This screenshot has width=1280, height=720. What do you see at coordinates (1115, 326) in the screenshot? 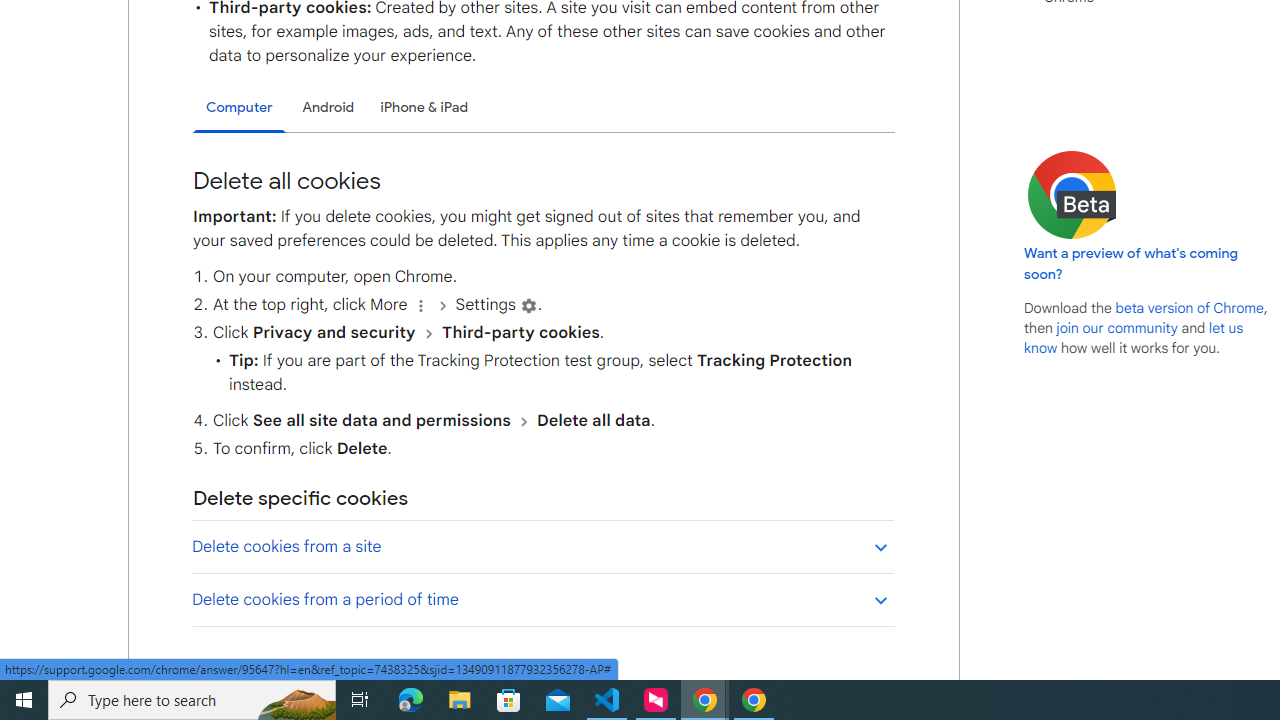
I see `'join our community'` at bounding box center [1115, 326].